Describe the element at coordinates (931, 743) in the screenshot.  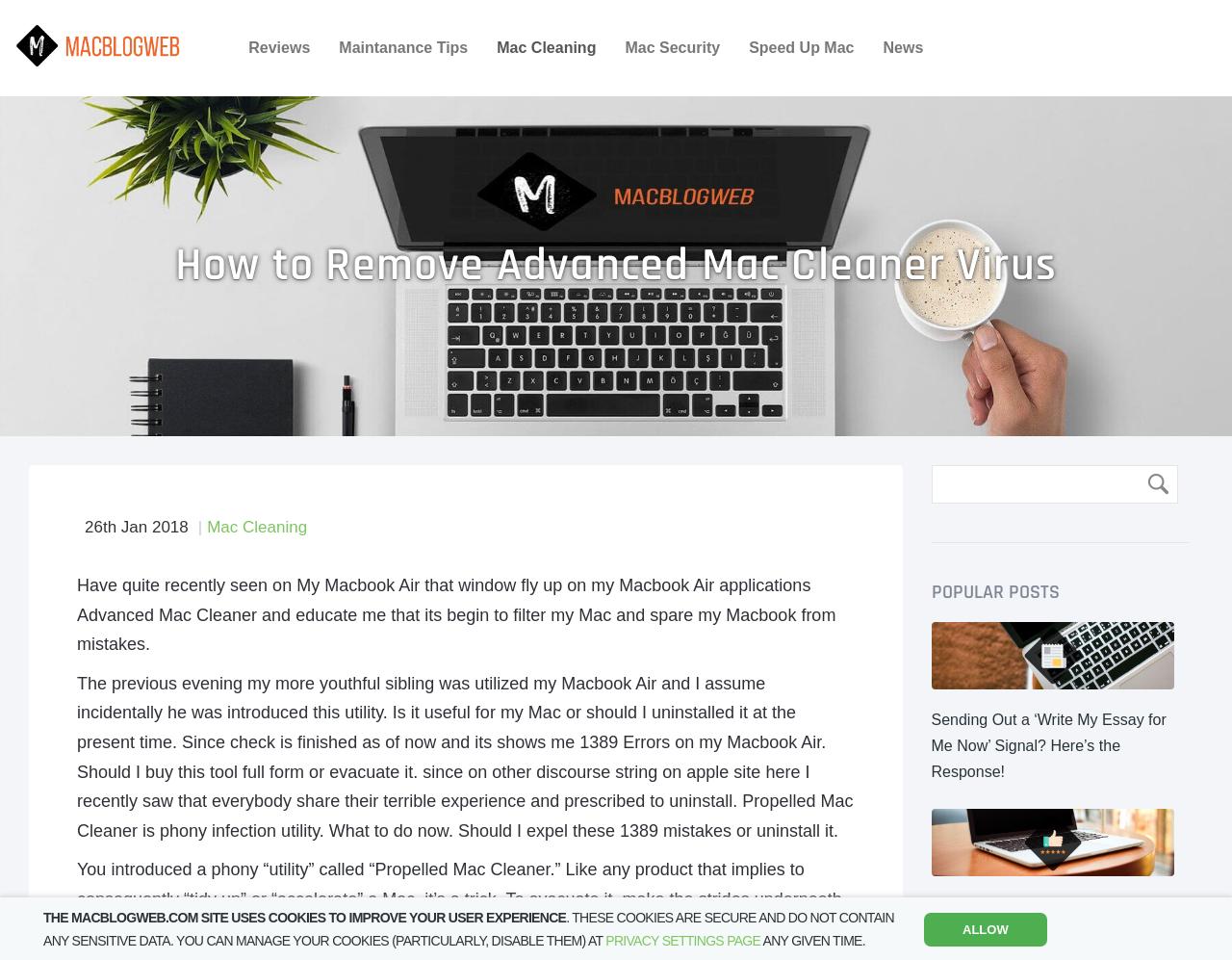
I see `'Sending Out a ‘Write My Essay for Me Now’ Signal? Here’s the Response!'` at that location.